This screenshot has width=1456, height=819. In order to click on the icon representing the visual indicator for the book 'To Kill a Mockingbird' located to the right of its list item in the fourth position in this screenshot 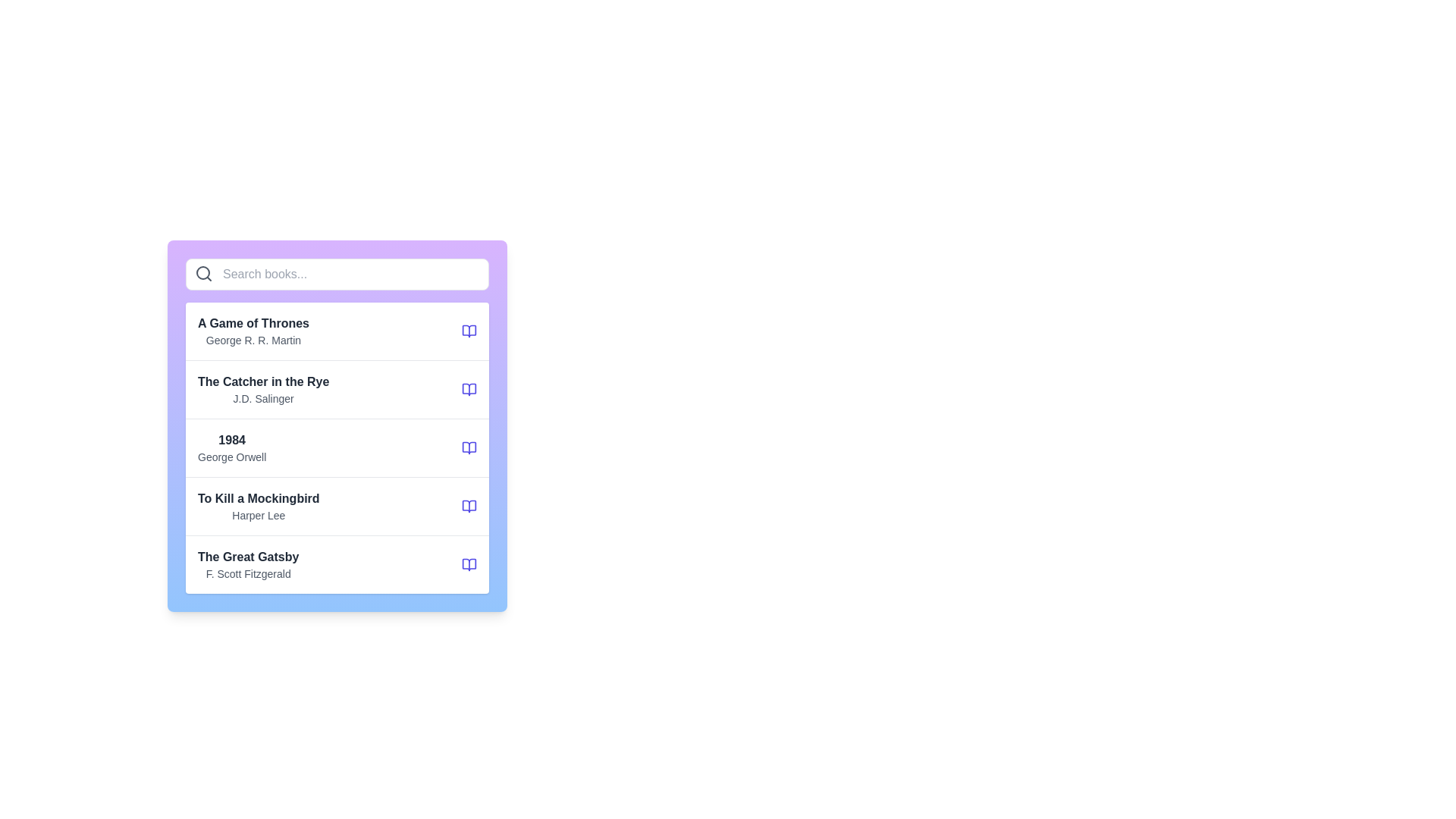, I will do `click(469, 506)`.